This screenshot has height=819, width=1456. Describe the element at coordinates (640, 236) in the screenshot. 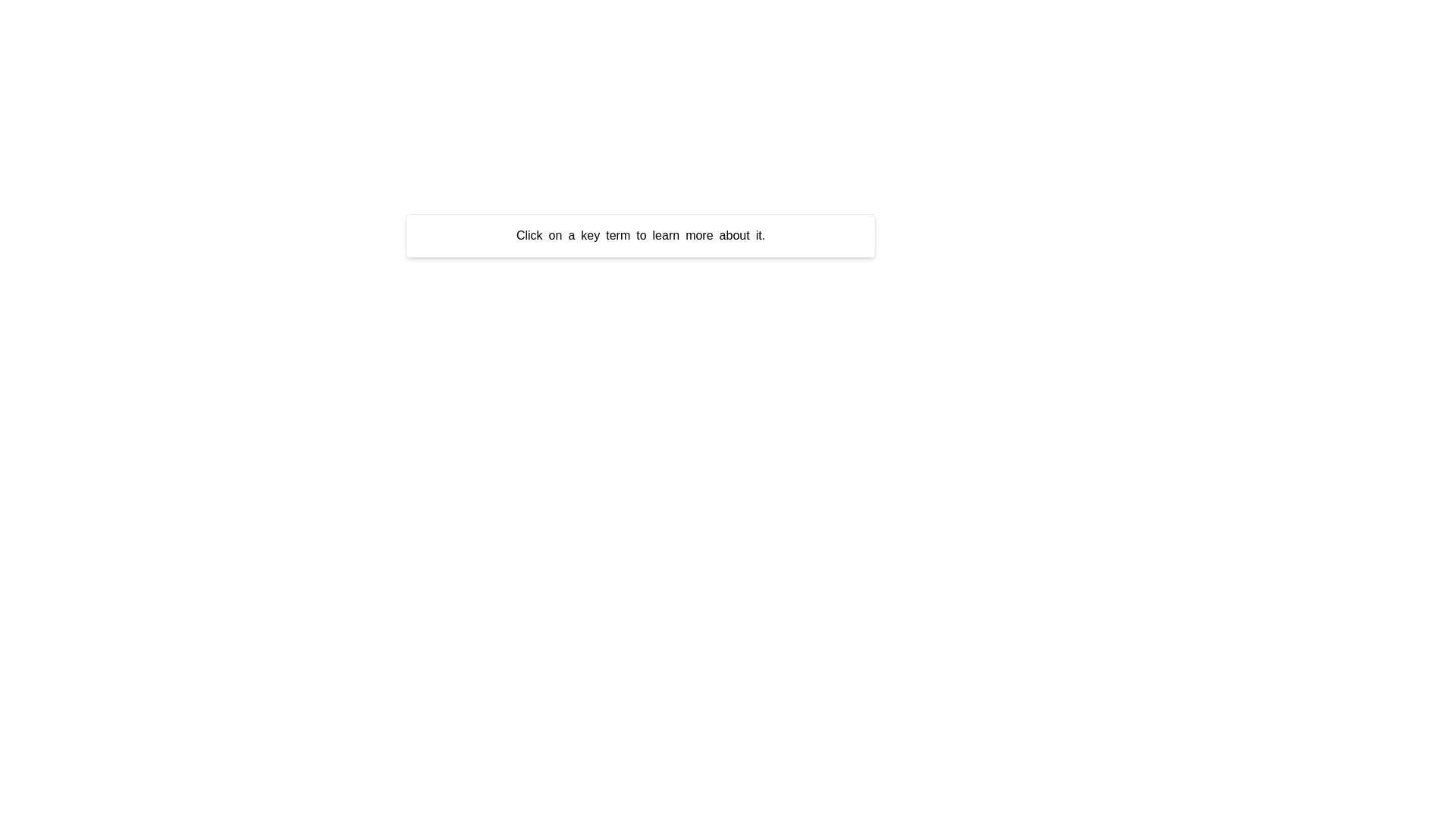

I see `the instructional Text Label that provides guidance to the user about interacting with key terms for more details` at that location.